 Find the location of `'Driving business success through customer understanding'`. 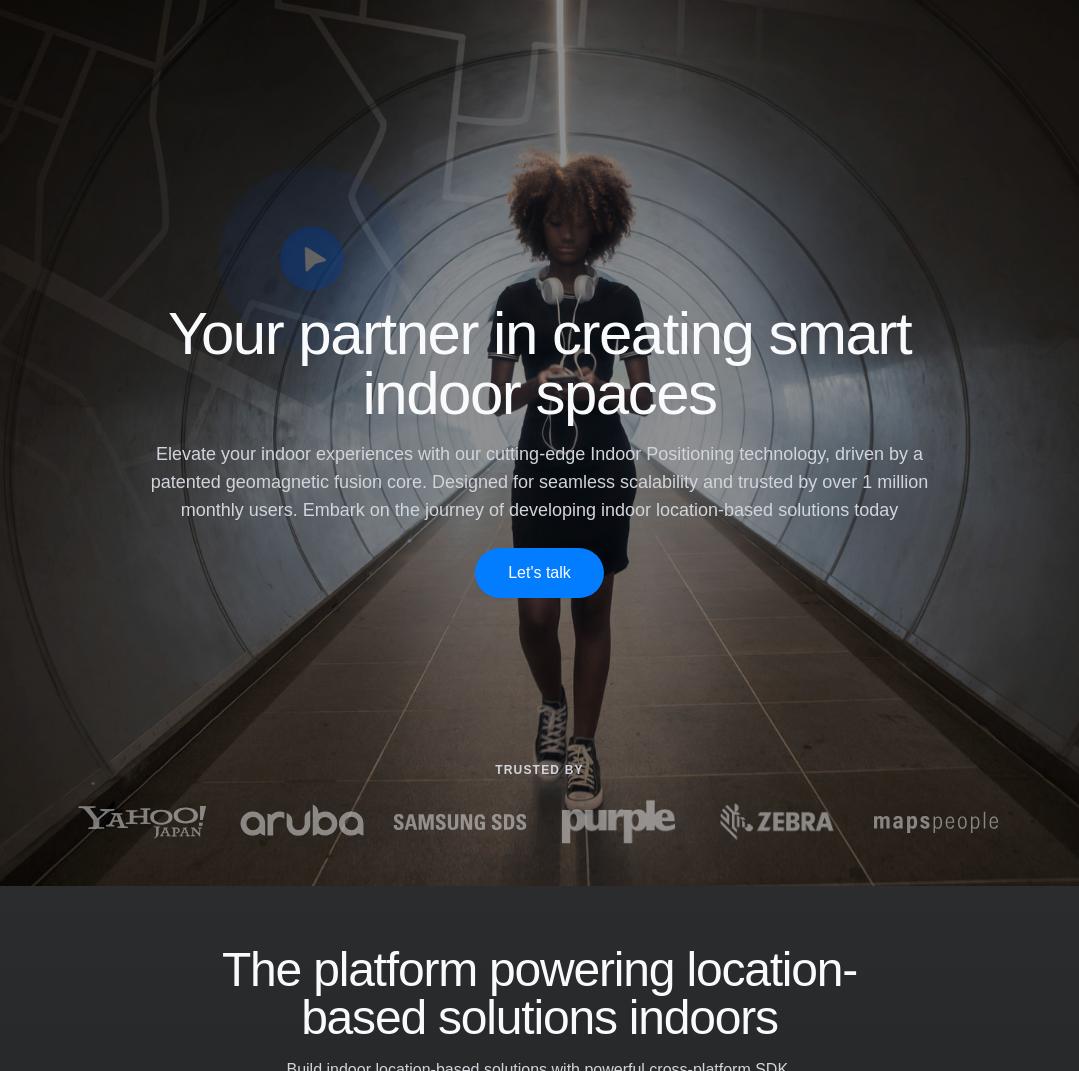

'Driving business success through customer understanding' is located at coordinates (495, 504).